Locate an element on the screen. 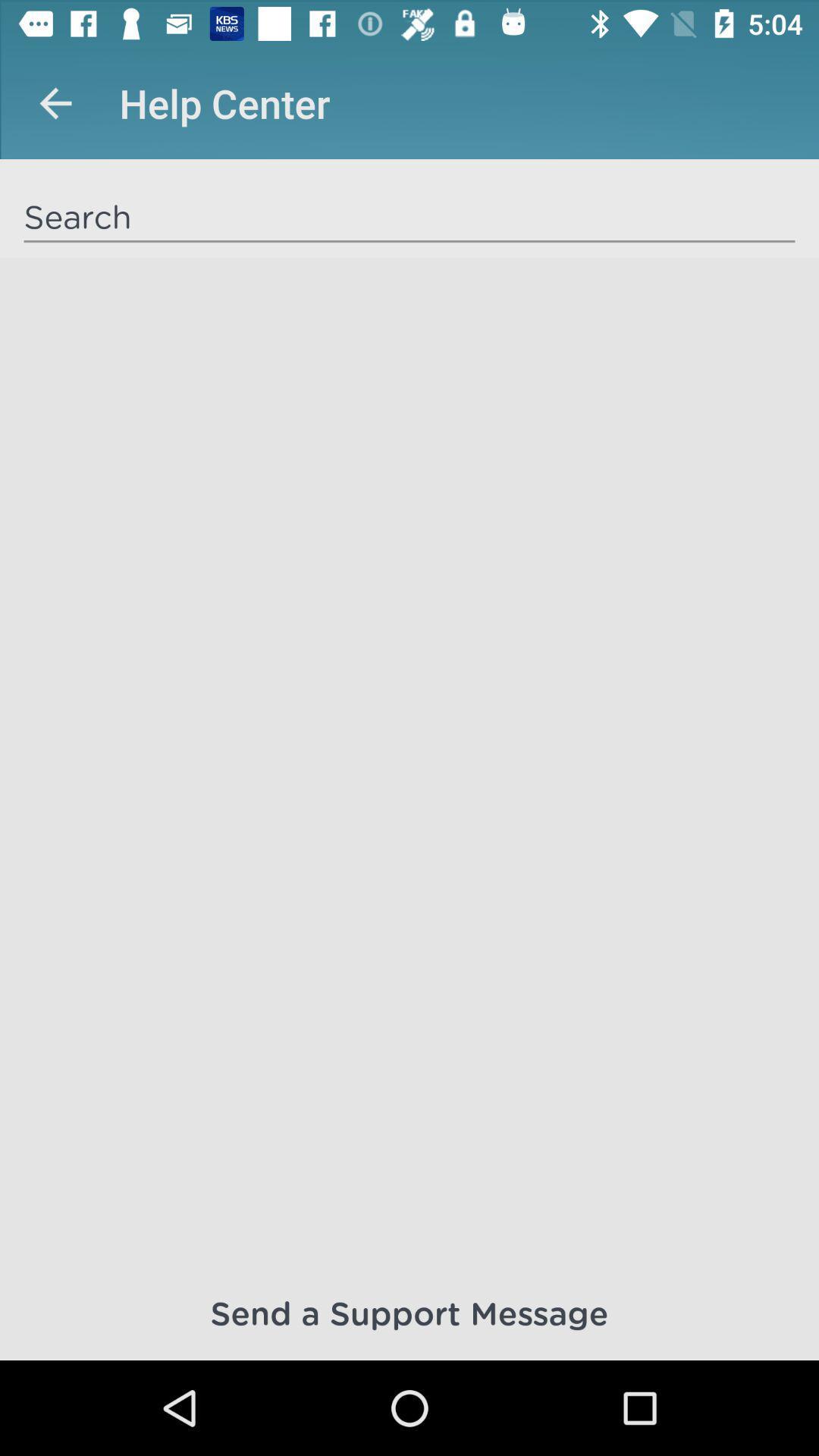 This screenshot has height=1456, width=819. app next to help center icon is located at coordinates (55, 102).